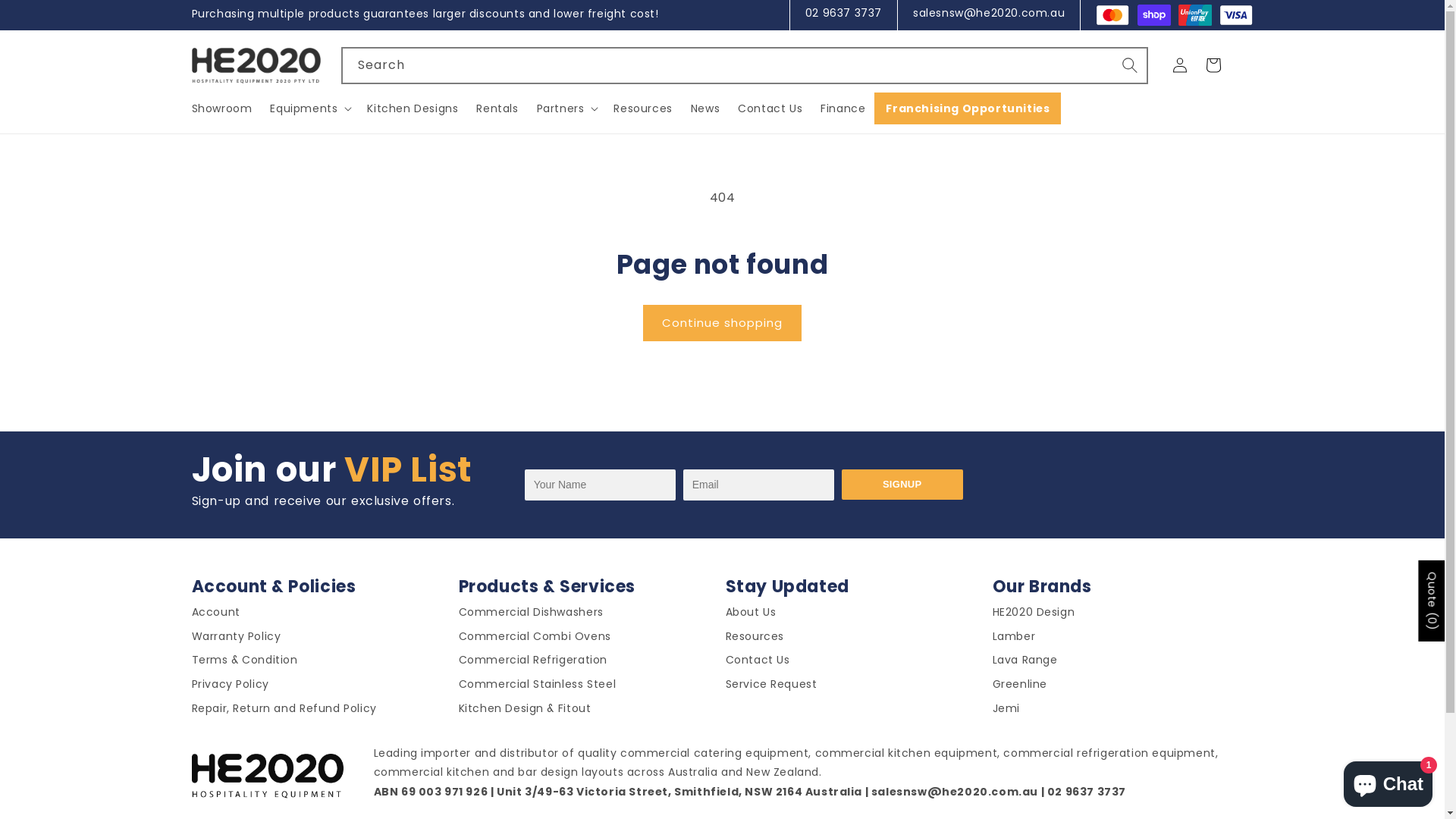 The width and height of the screenshot is (1456, 819). What do you see at coordinates (214, 615) in the screenshot?
I see `'Account'` at bounding box center [214, 615].